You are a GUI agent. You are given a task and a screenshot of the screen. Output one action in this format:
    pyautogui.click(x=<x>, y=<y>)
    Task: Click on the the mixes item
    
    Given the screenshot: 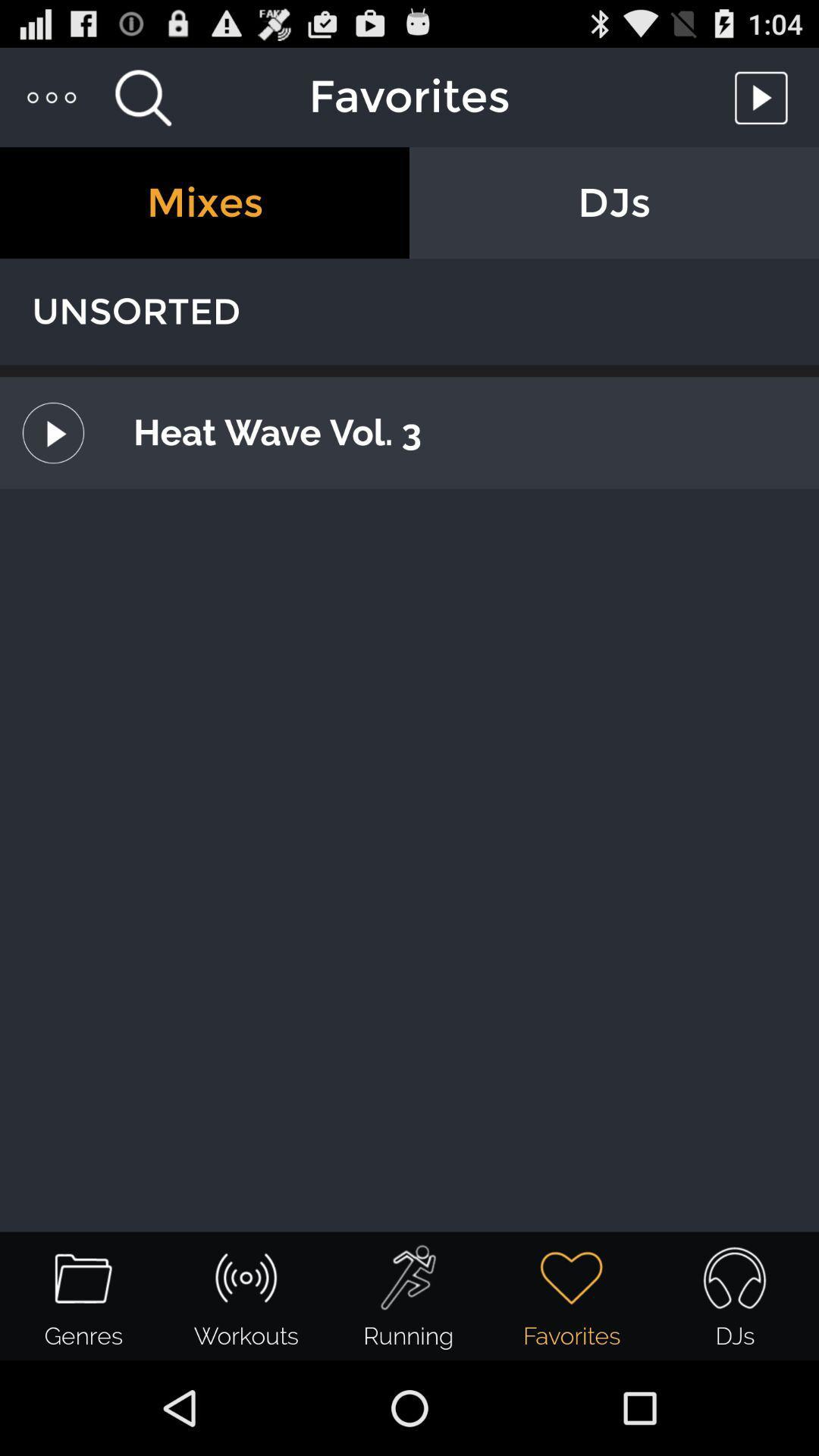 What is the action you would take?
    pyautogui.click(x=205, y=202)
    